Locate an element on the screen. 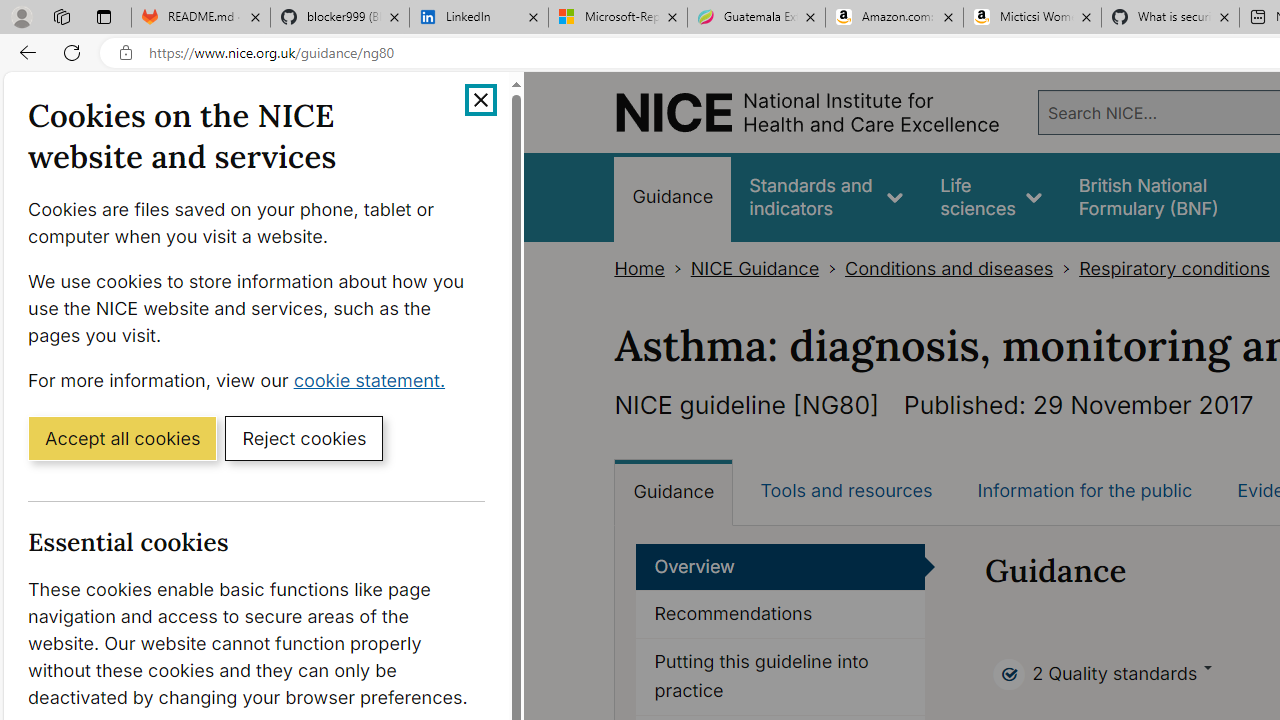 The image size is (1280, 720). 'Tools and resources' is located at coordinates (846, 491).